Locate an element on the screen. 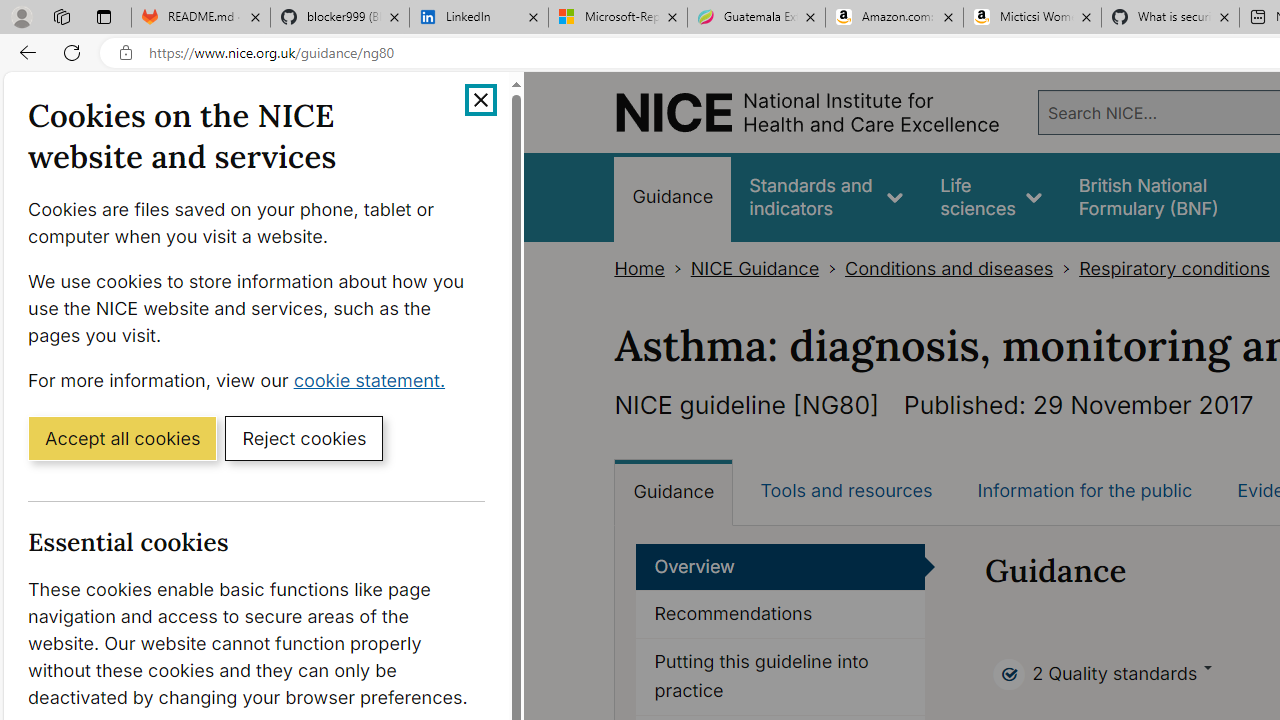 The image size is (1280, 720). 'Tools and resources' is located at coordinates (846, 491).